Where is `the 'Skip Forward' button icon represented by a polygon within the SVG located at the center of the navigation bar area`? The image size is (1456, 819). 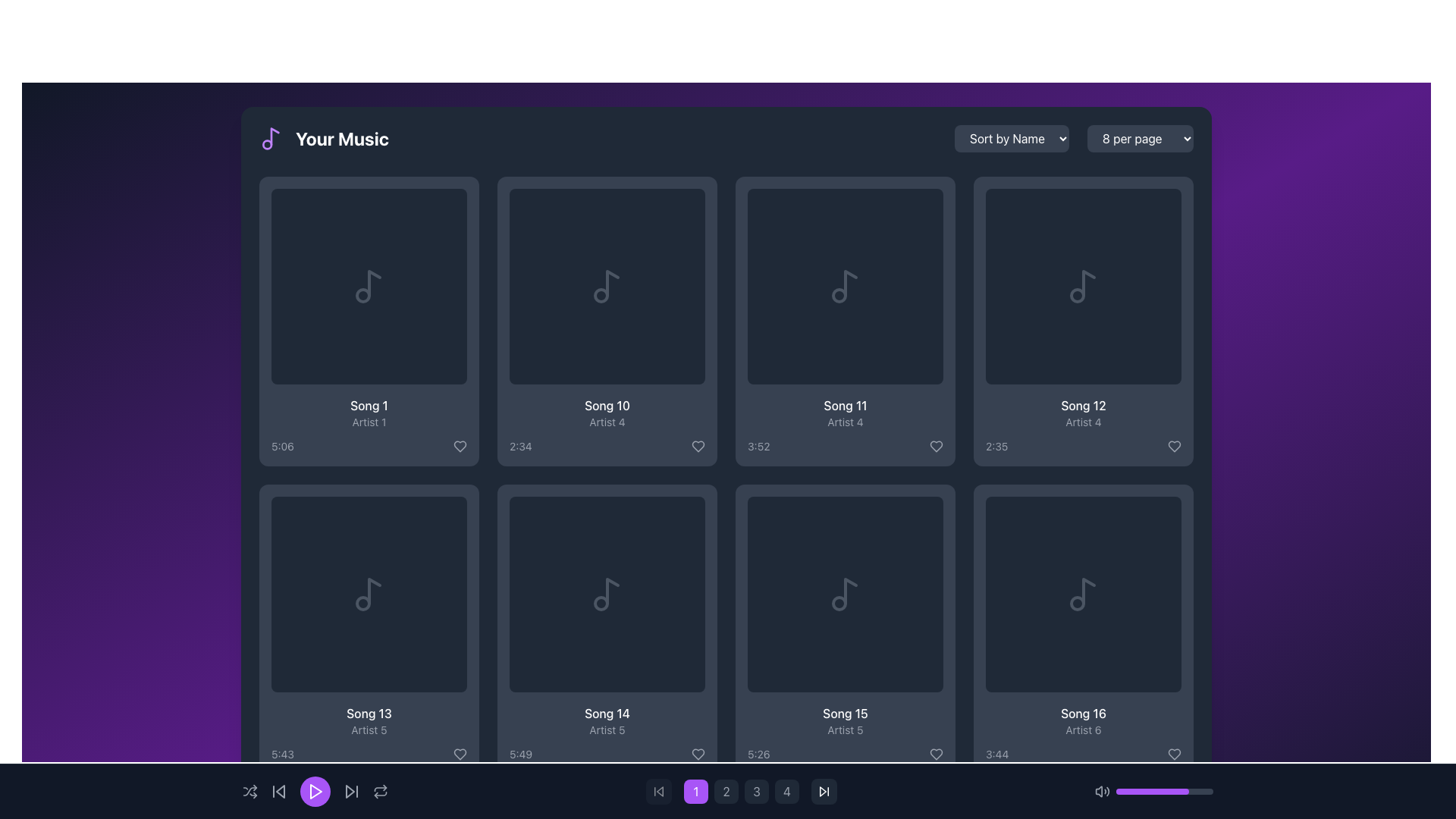 the 'Skip Forward' button icon represented by a polygon within the SVG located at the center of the navigation bar area is located at coordinates (822, 791).